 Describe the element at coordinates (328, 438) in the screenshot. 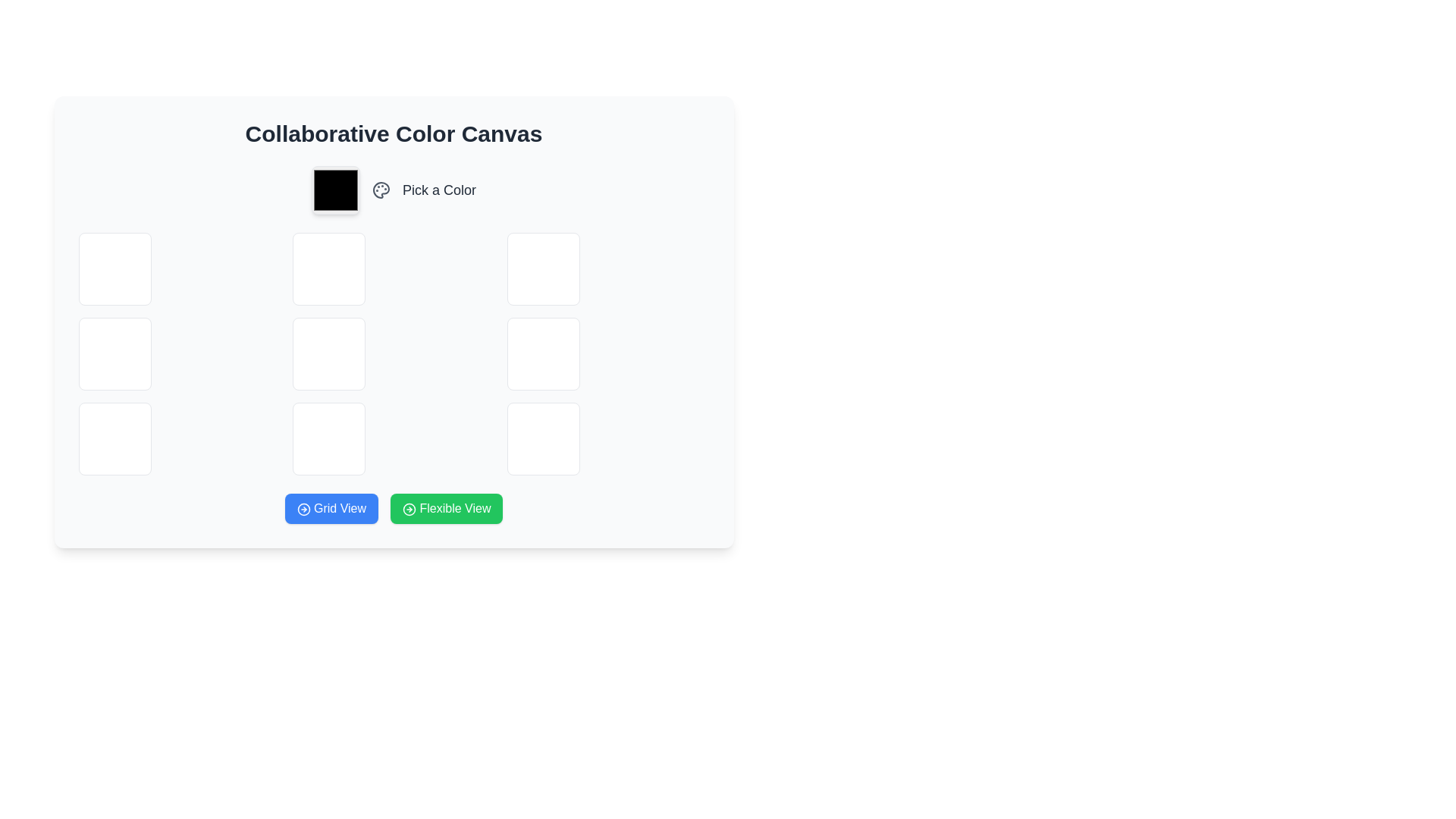

I see `the center box in the last row of a grid layout, which is the interactive box used for selection or color arrangement` at that location.